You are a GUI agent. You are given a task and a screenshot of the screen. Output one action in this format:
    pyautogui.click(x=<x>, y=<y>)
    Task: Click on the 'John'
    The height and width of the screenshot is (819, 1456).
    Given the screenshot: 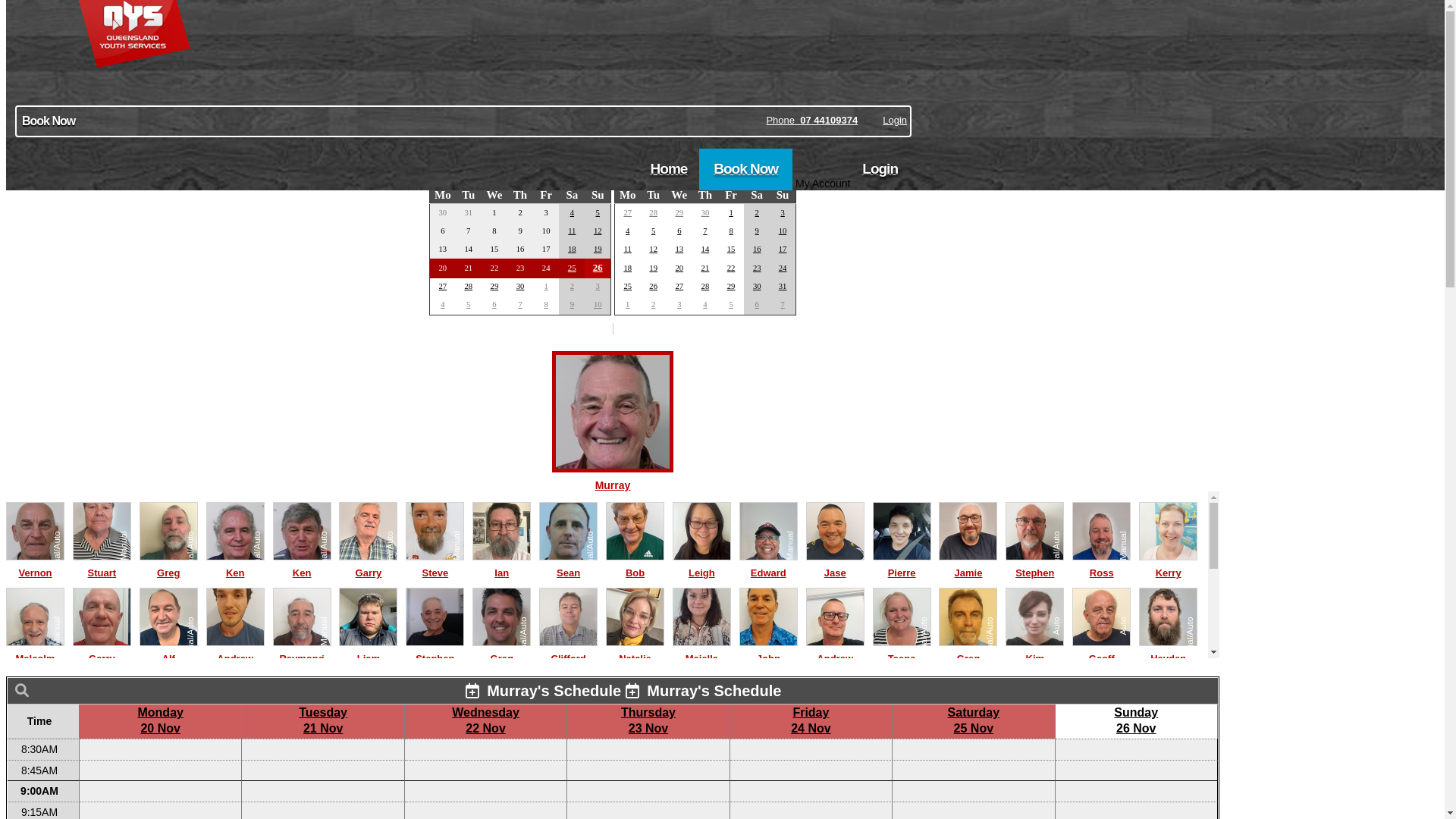 What is the action you would take?
    pyautogui.click(x=768, y=650)
    